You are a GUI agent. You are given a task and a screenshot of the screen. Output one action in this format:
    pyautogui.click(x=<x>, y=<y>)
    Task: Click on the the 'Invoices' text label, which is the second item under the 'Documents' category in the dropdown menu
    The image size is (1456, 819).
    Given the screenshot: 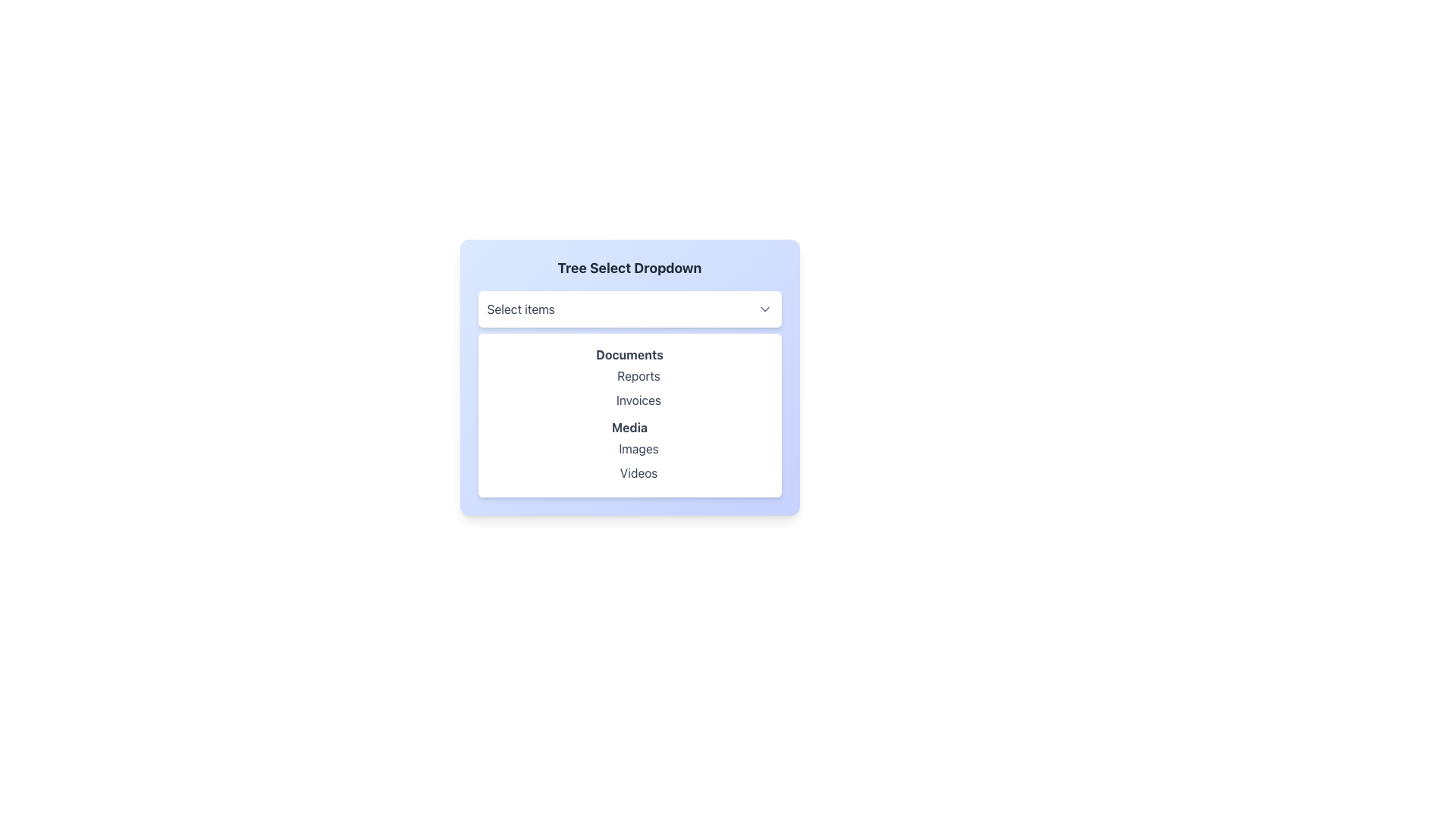 What is the action you would take?
    pyautogui.click(x=635, y=400)
    